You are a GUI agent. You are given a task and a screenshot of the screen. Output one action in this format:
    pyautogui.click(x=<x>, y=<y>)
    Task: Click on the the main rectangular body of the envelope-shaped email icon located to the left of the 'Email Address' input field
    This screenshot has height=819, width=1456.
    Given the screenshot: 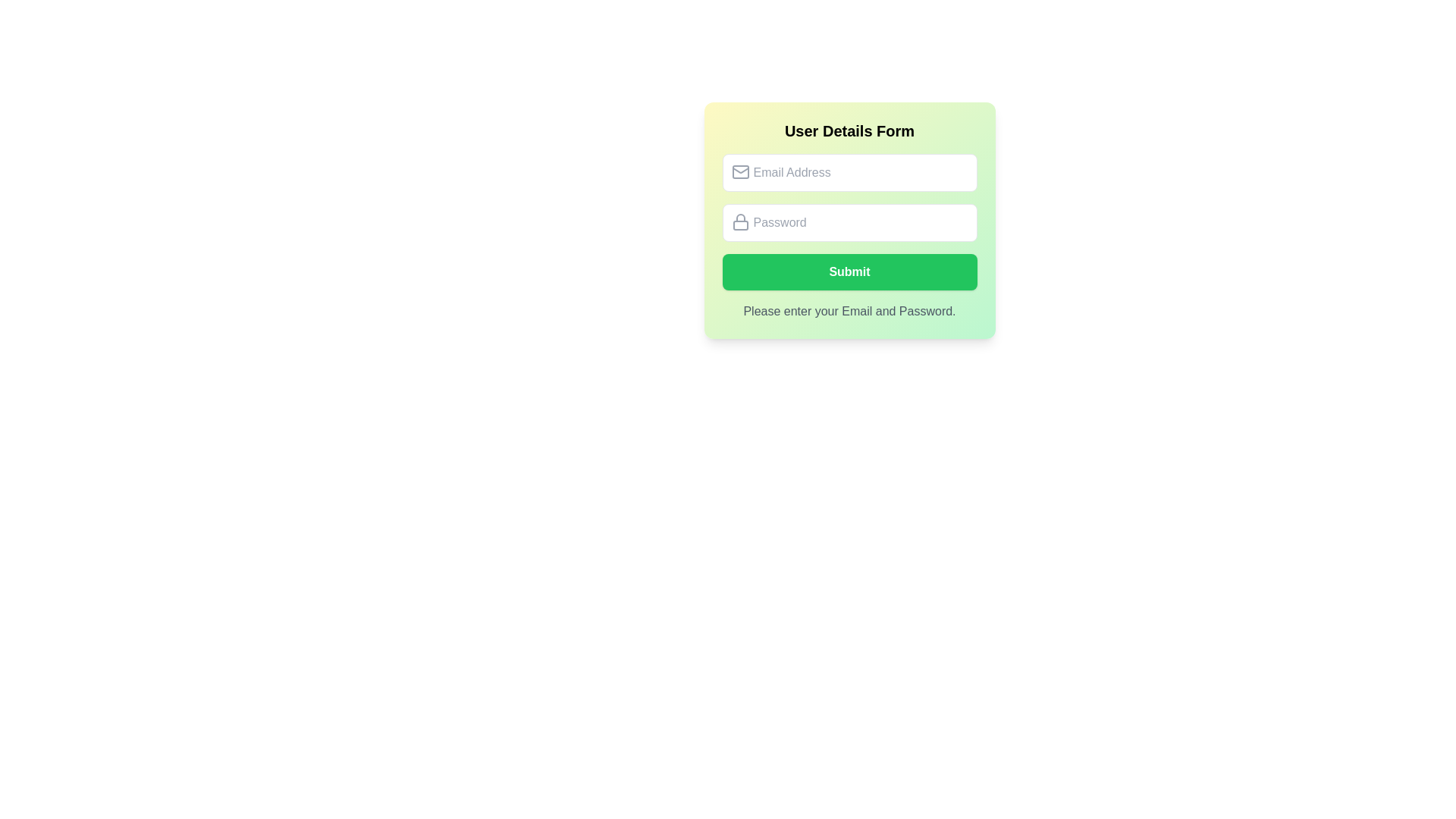 What is the action you would take?
    pyautogui.click(x=740, y=171)
    